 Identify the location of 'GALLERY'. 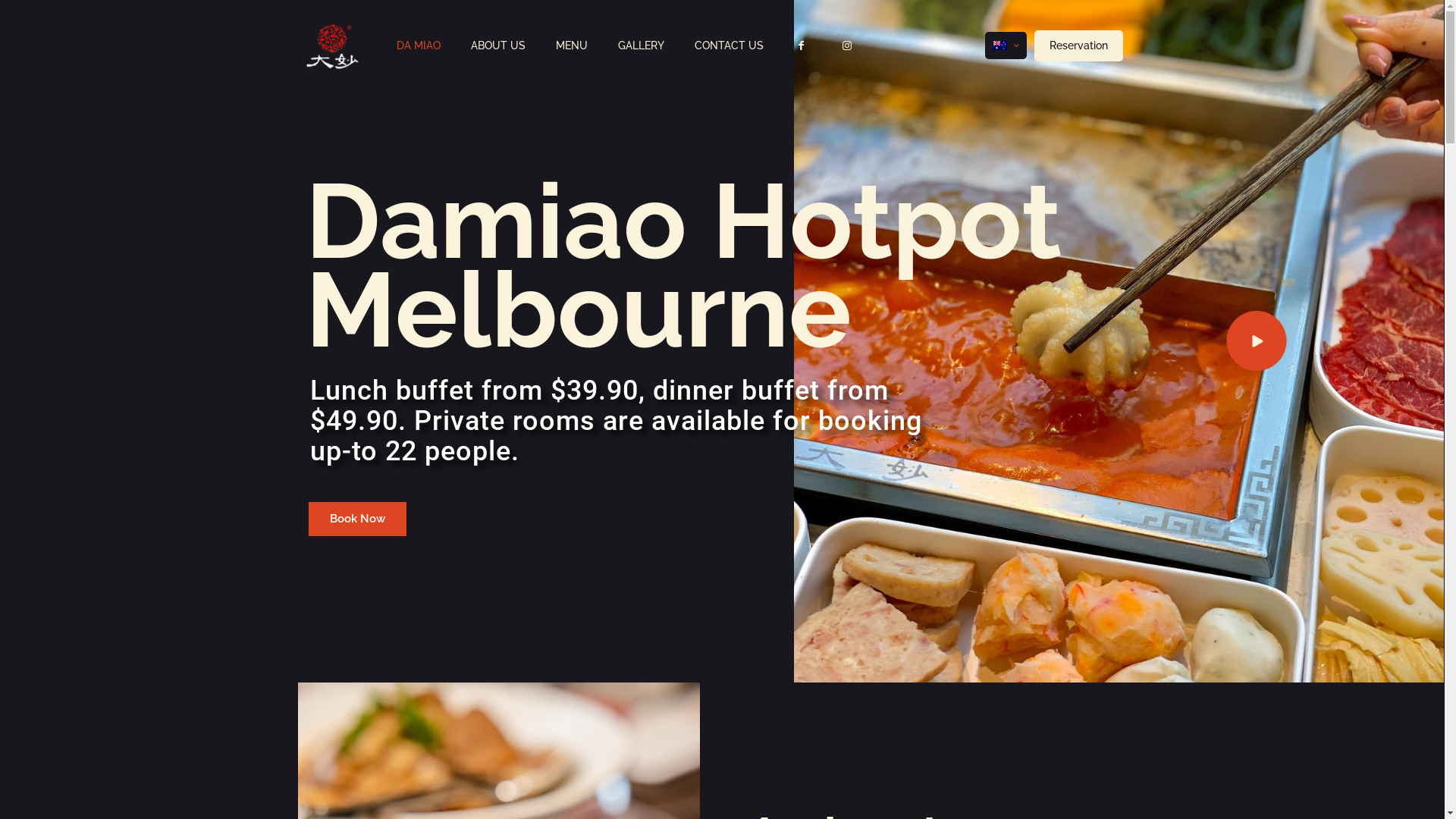
(602, 45).